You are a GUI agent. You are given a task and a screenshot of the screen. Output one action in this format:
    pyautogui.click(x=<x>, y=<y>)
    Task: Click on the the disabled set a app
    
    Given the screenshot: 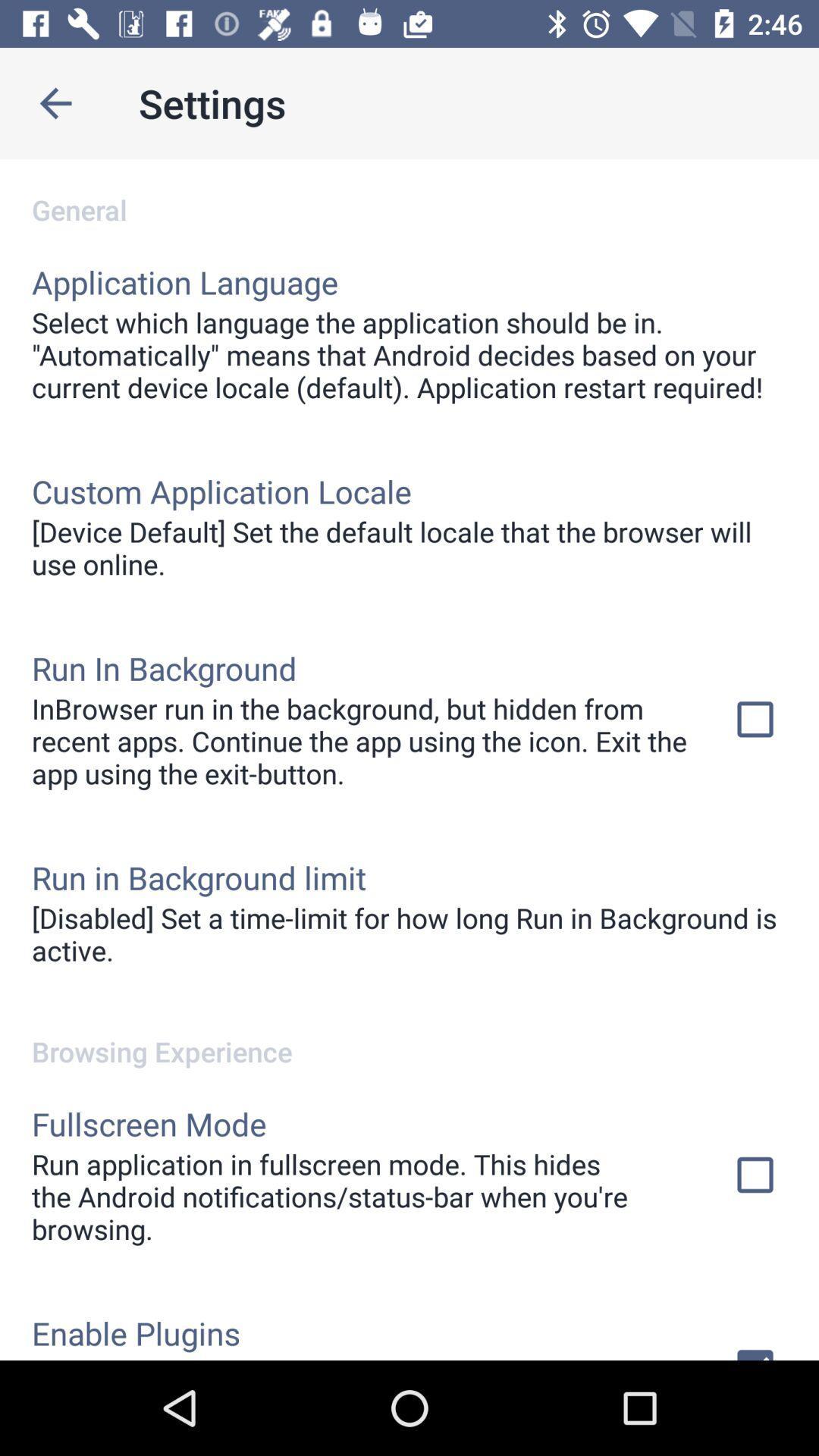 What is the action you would take?
    pyautogui.click(x=409, y=933)
    